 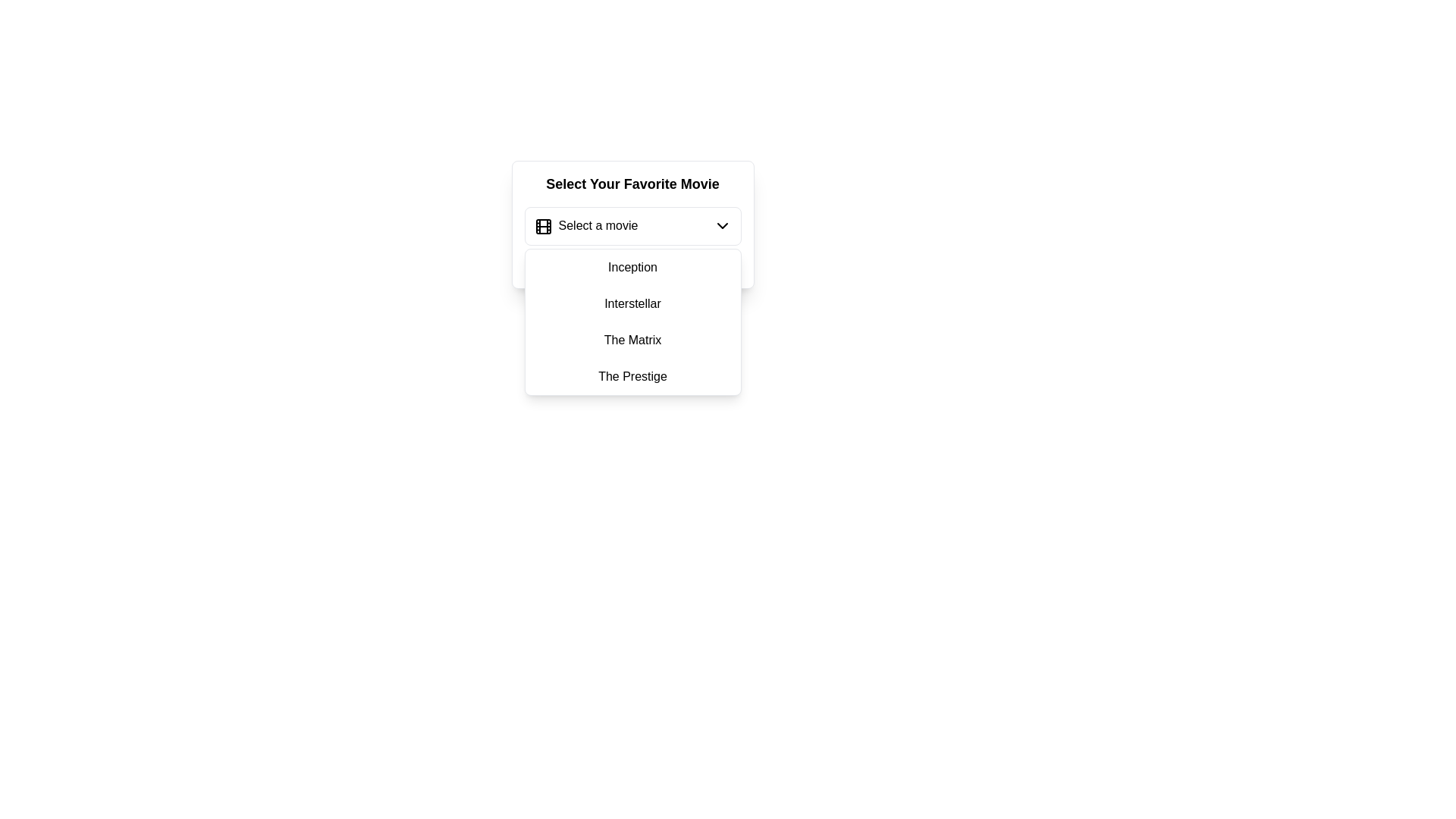 What do you see at coordinates (632, 339) in the screenshot?
I see `the third item in the dropdown menu labeled 'The Matrix' to change its background style` at bounding box center [632, 339].